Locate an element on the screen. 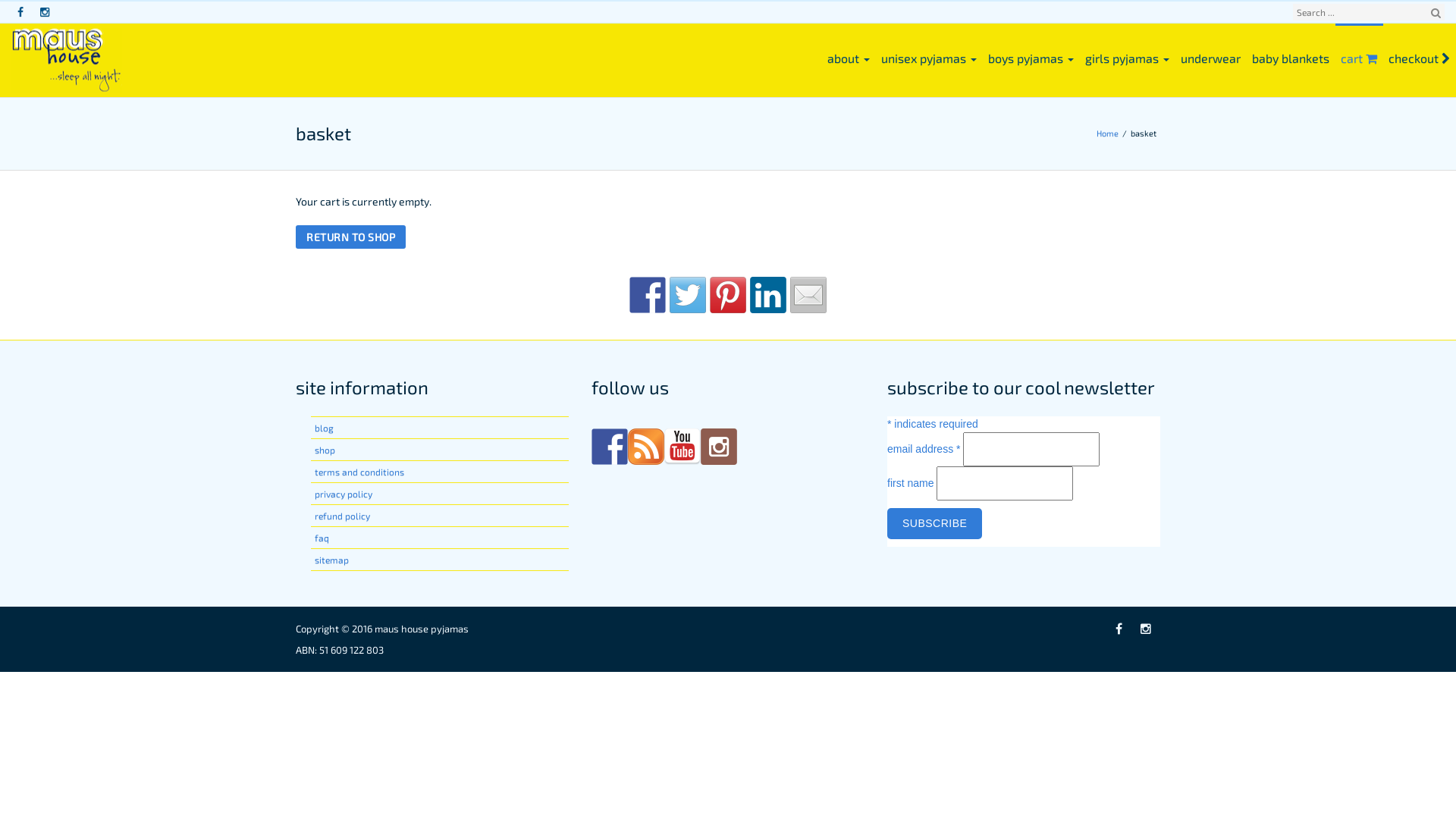 This screenshot has height=819, width=1456. 'underwear' is located at coordinates (1175, 57).